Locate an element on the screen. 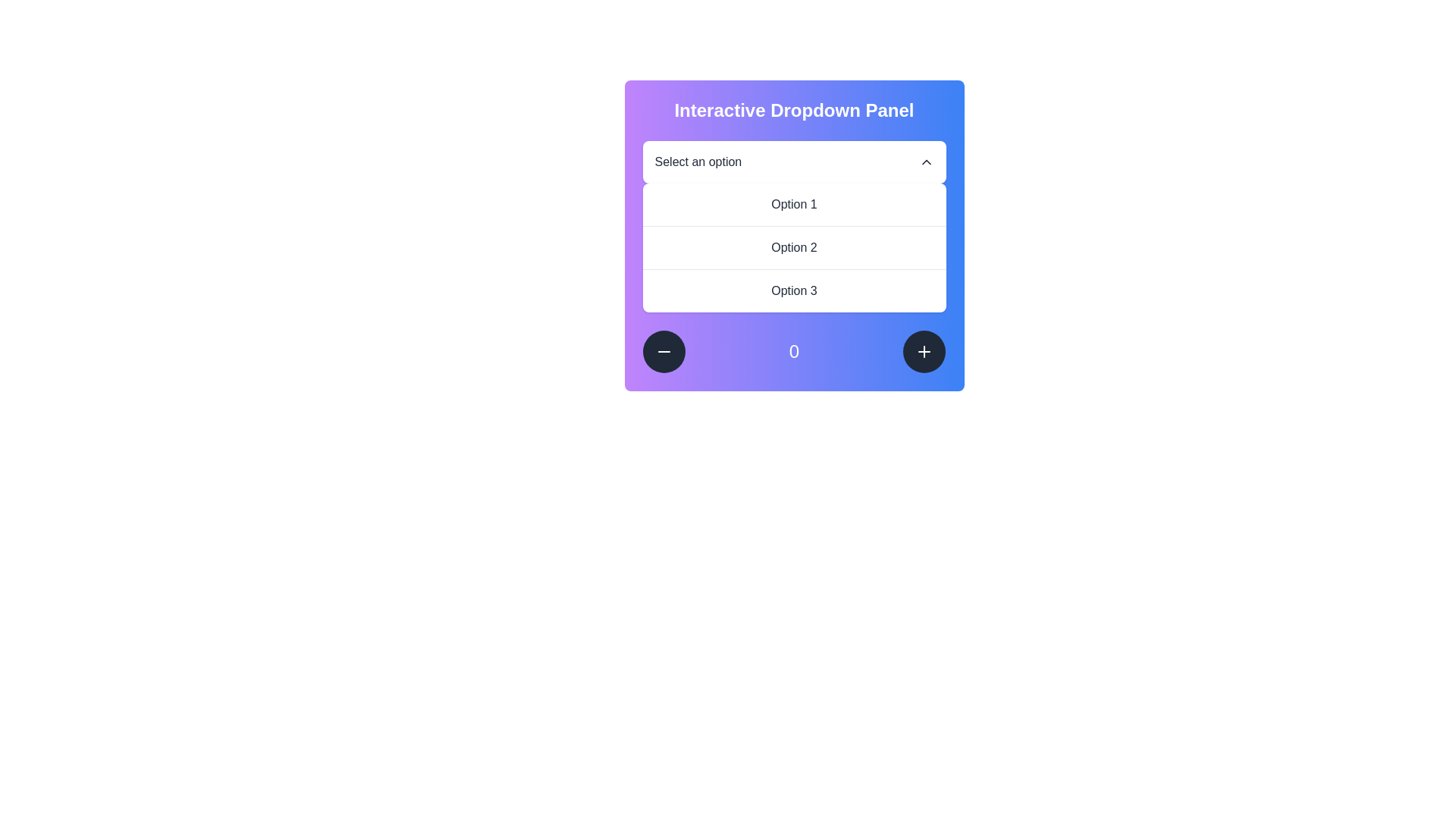 The image size is (1456, 819). the circular dark gray button with a white minus symbol to decrement the value displayed in the numeric display '0' located to its right is located at coordinates (664, 351).